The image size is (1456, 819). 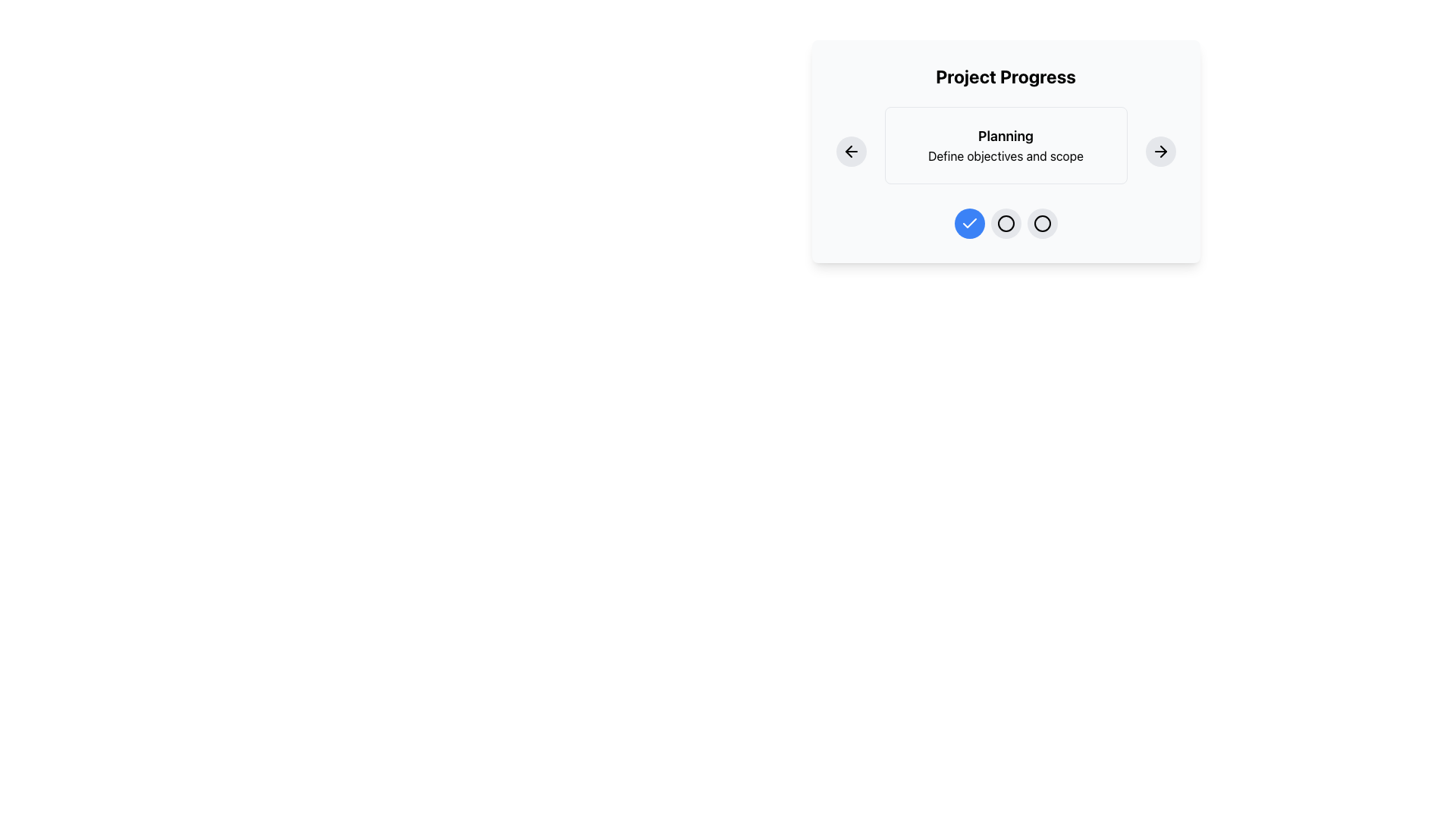 What do you see at coordinates (1006, 223) in the screenshot?
I see `the circular graphical indicator with a thin black border located in the middle part of the progress interface, below the 'Planning' label in the 'Project Progress' section` at bounding box center [1006, 223].